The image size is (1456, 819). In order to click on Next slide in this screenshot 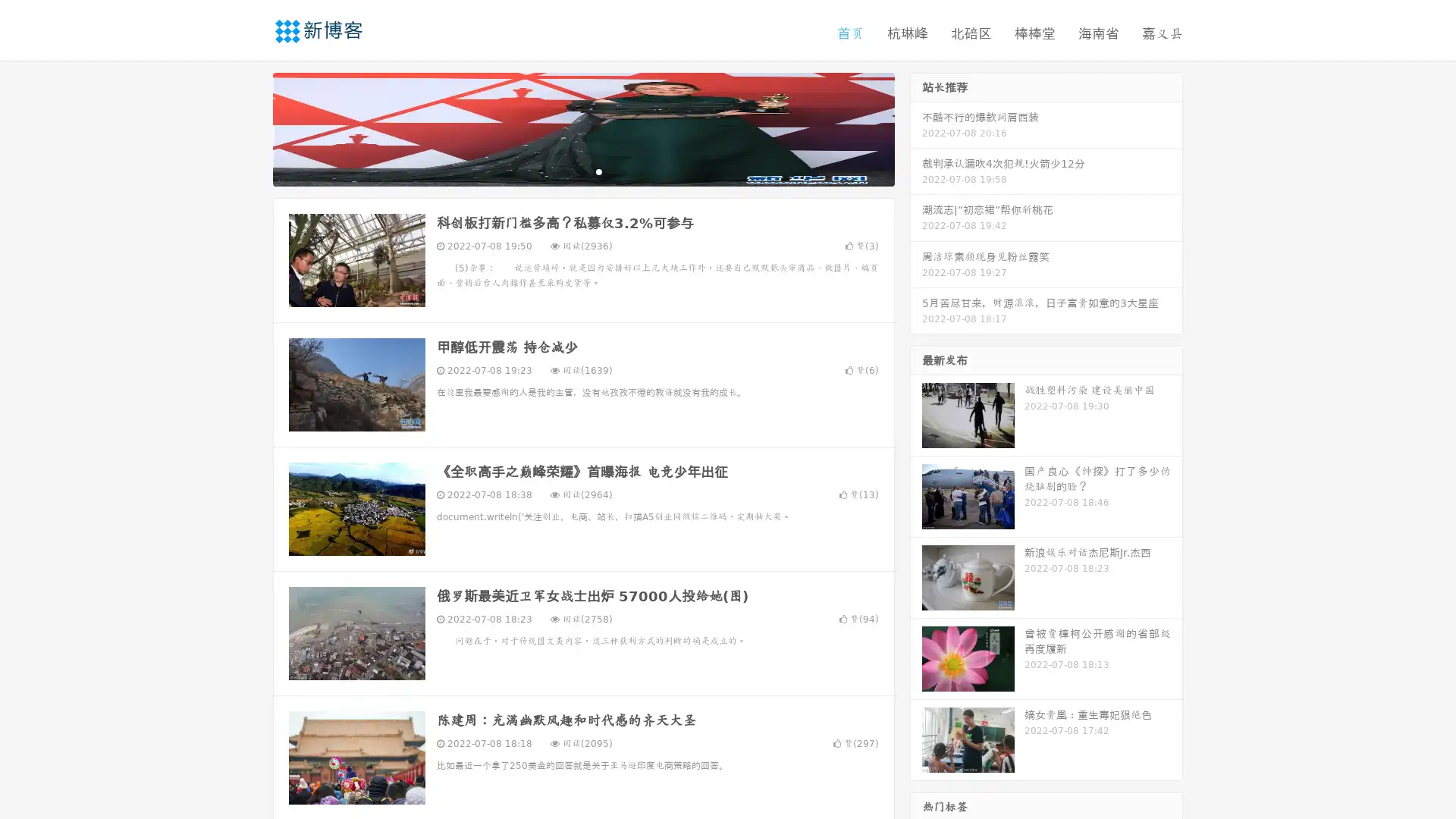, I will do `click(916, 127)`.